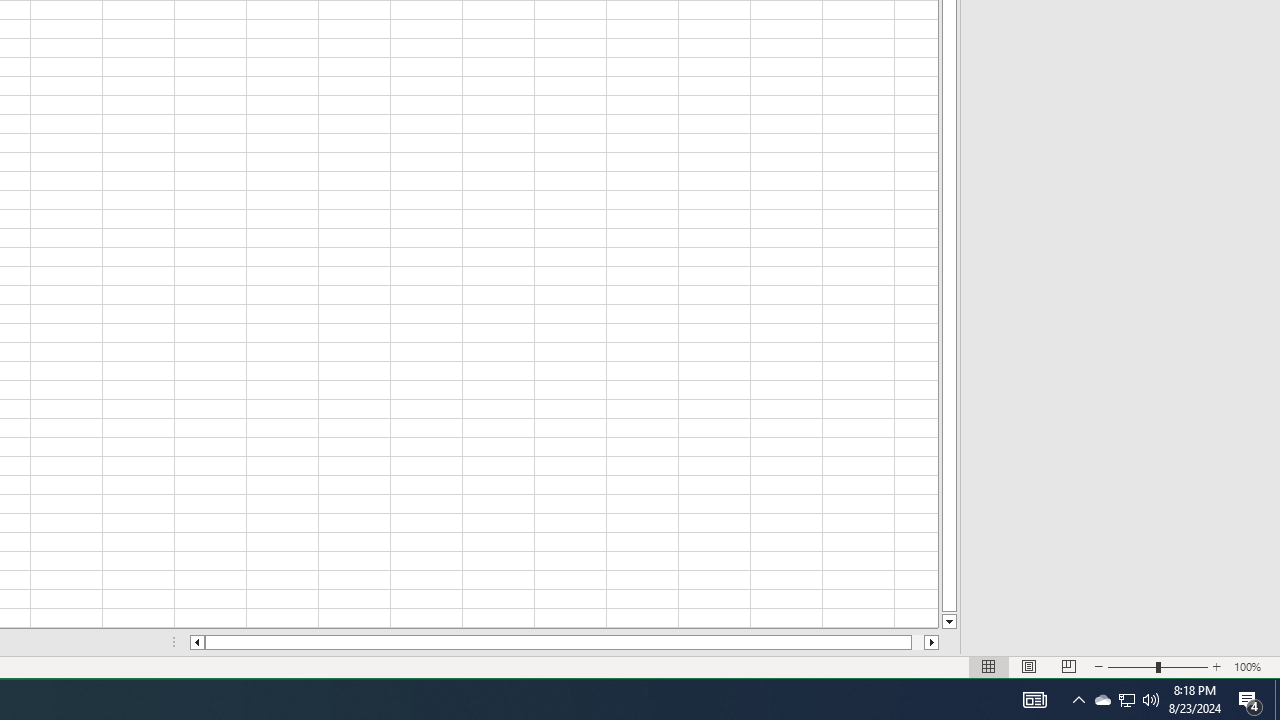 The width and height of the screenshot is (1280, 720). I want to click on 'Notification Chevron', so click(1127, 698).